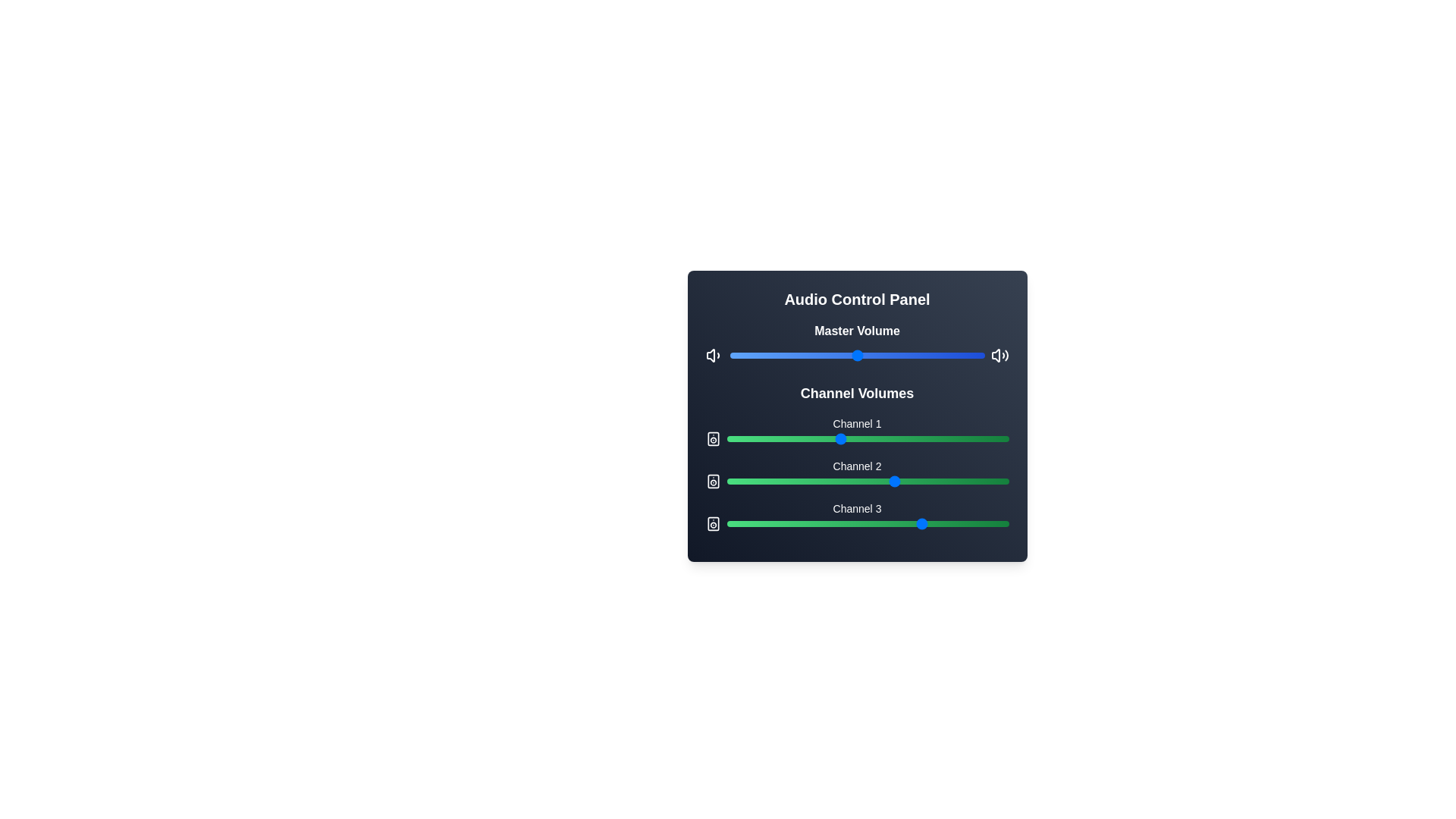 Image resolution: width=1456 pixels, height=819 pixels. What do you see at coordinates (918, 522) in the screenshot?
I see `the slider value` at bounding box center [918, 522].